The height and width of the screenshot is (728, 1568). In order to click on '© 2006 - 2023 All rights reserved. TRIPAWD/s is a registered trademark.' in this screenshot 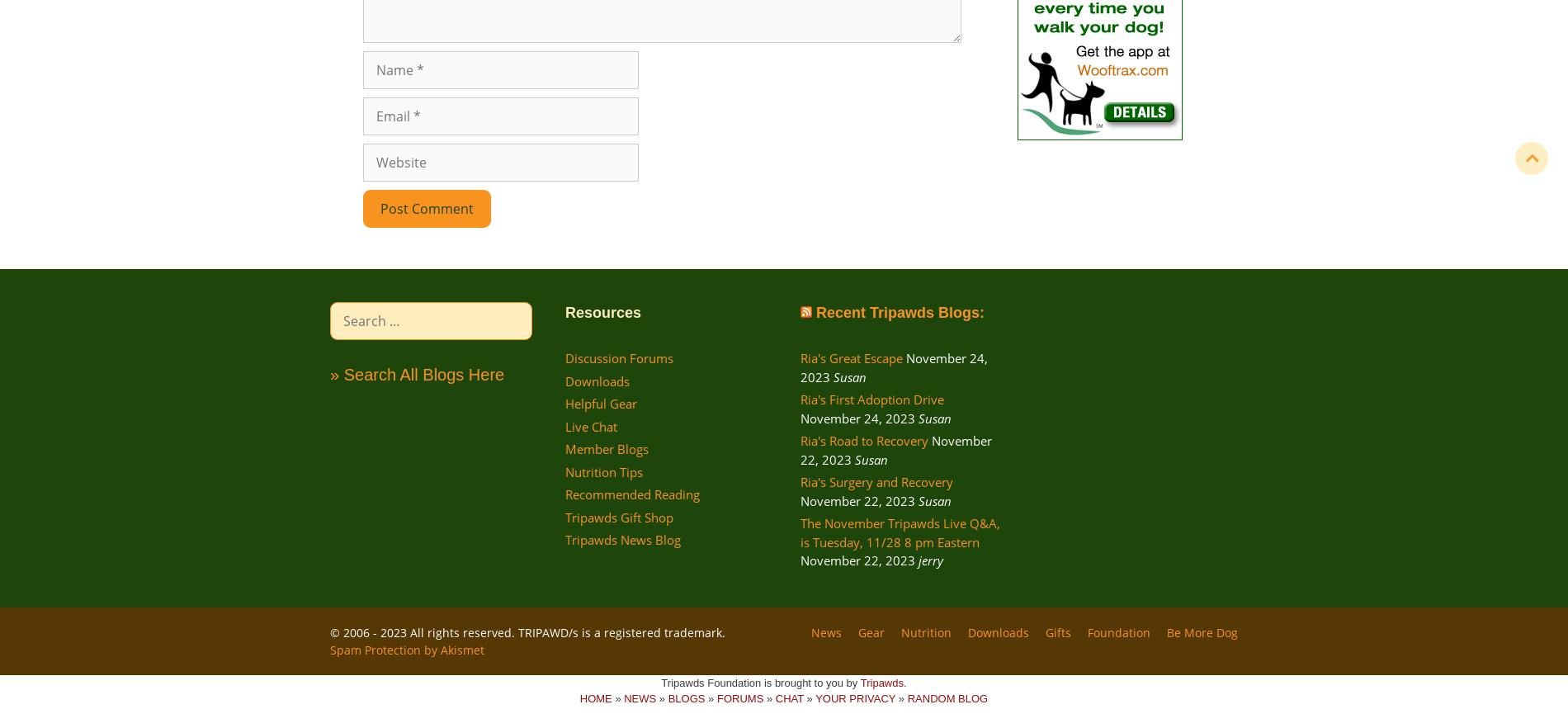, I will do `click(527, 631)`.